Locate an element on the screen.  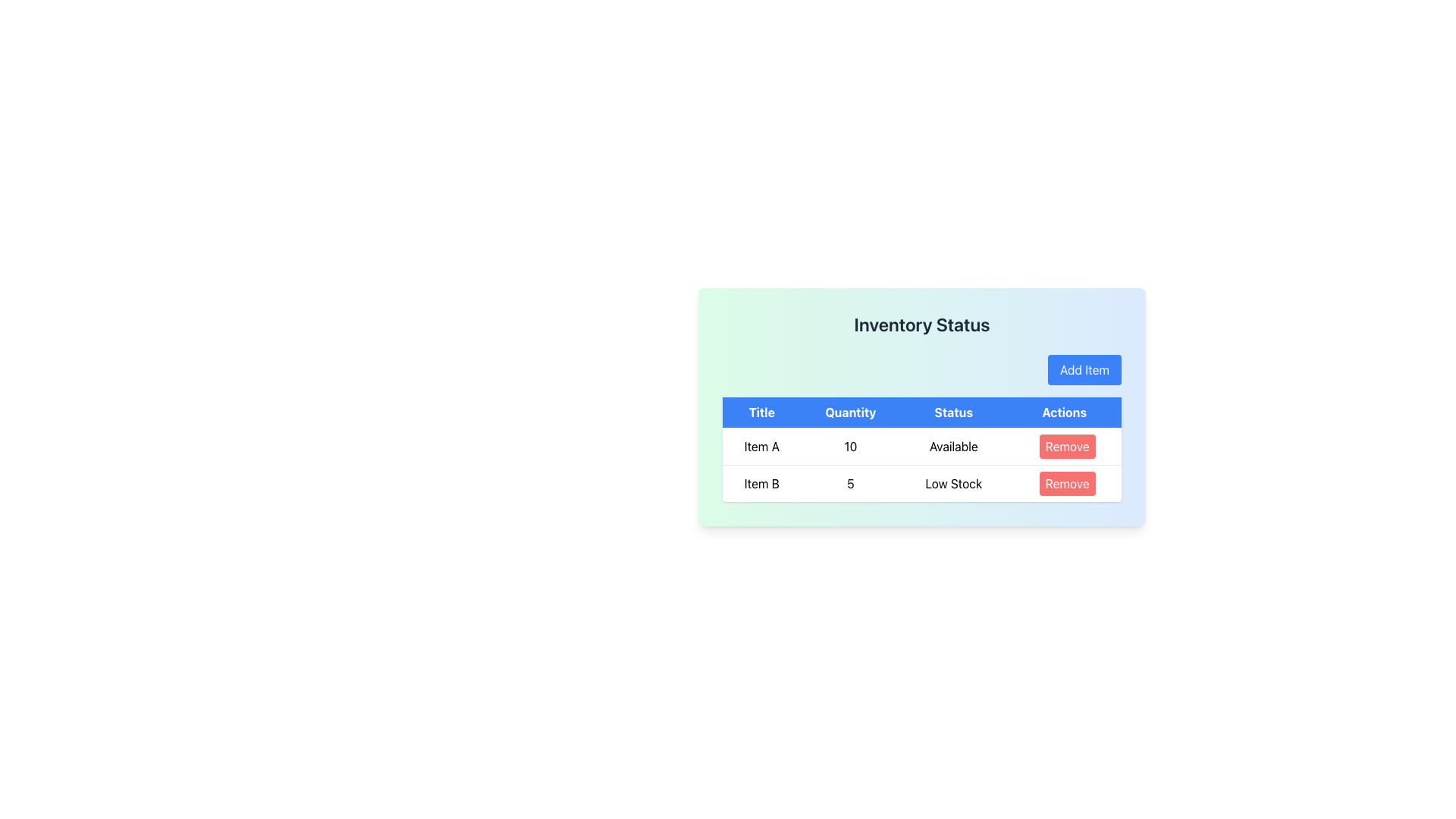
the table header that labels the product status, located as the third column from the left, between 'Quantity' and 'Actions' is located at coordinates (952, 413).